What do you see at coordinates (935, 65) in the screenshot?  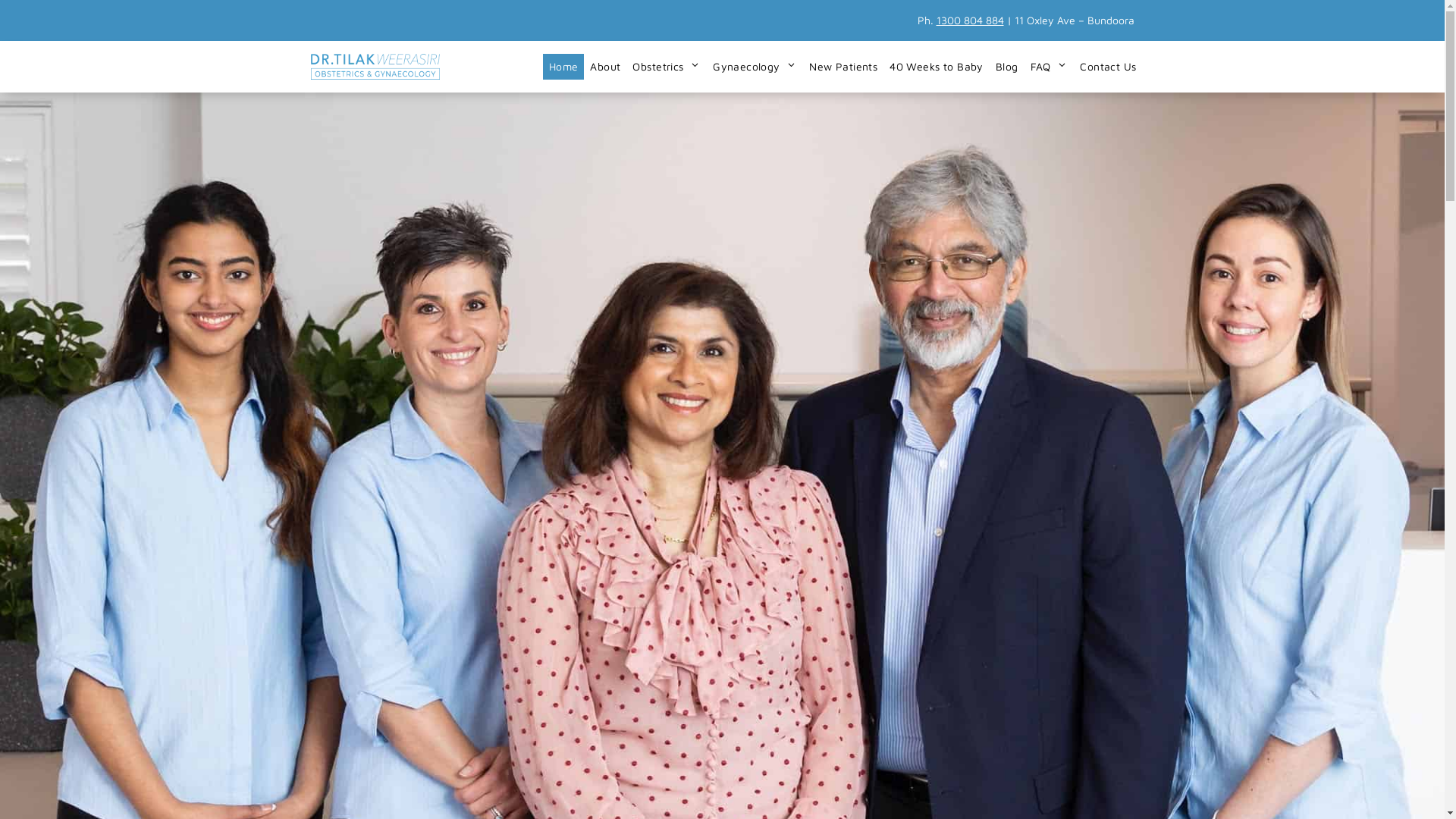 I see `'40 Weeks to Baby'` at bounding box center [935, 65].